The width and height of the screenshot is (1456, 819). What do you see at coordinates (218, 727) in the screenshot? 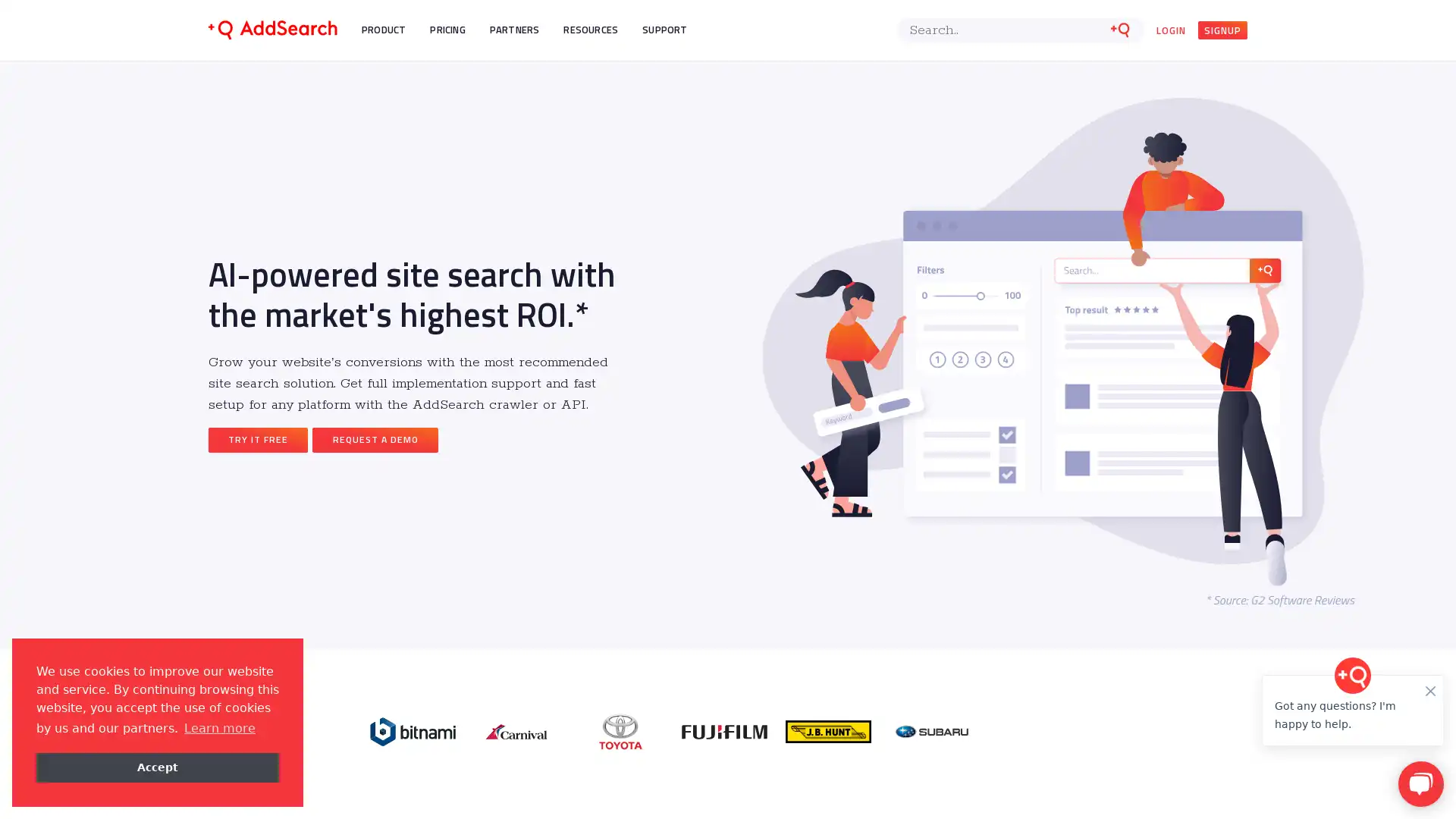
I see `learn more about cookies` at bounding box center [218, 727].